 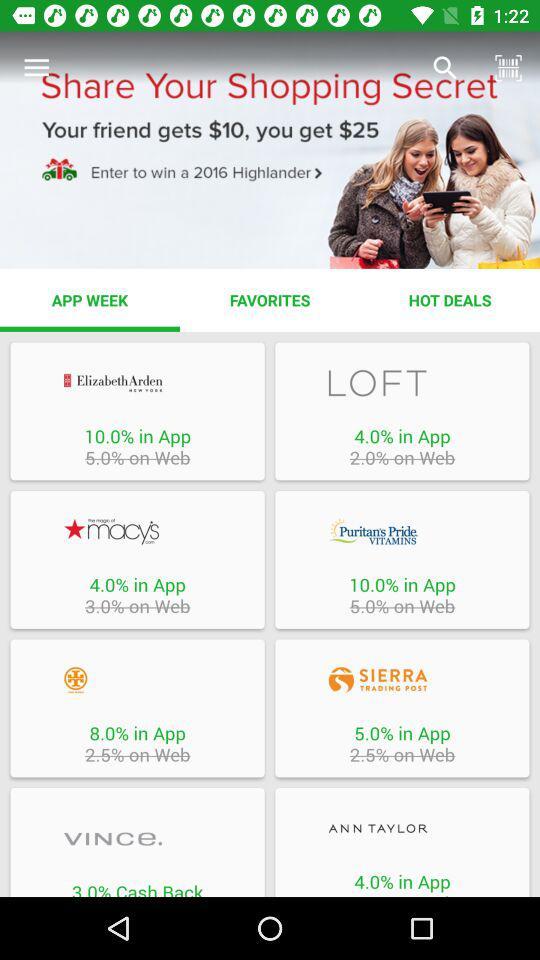 I want to click on open the specific promotion, so click(x=402, y=680).